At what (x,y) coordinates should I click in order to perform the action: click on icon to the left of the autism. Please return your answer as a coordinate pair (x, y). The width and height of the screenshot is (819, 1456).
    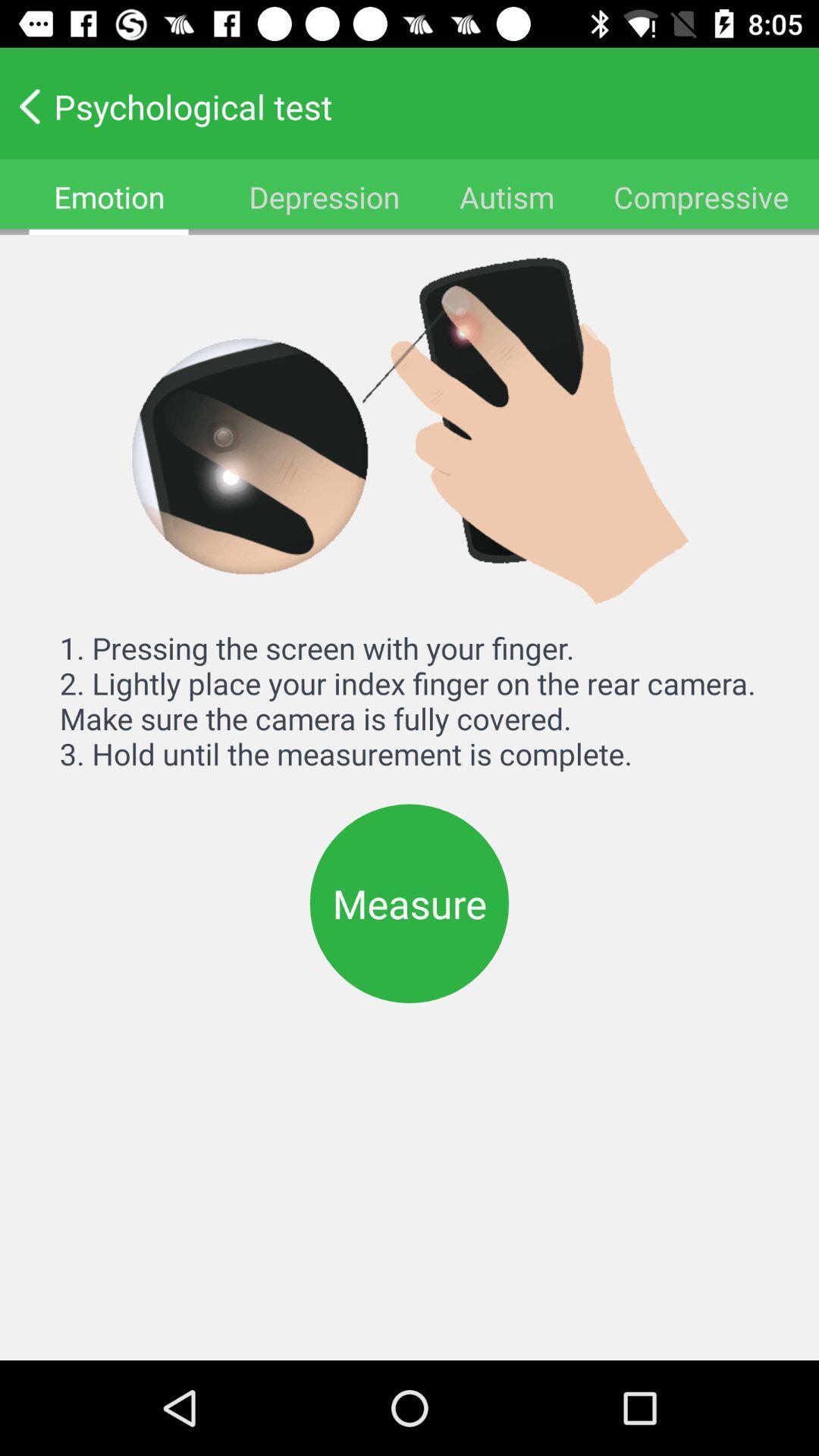
    Looking at the image, I should click on (323, 196).